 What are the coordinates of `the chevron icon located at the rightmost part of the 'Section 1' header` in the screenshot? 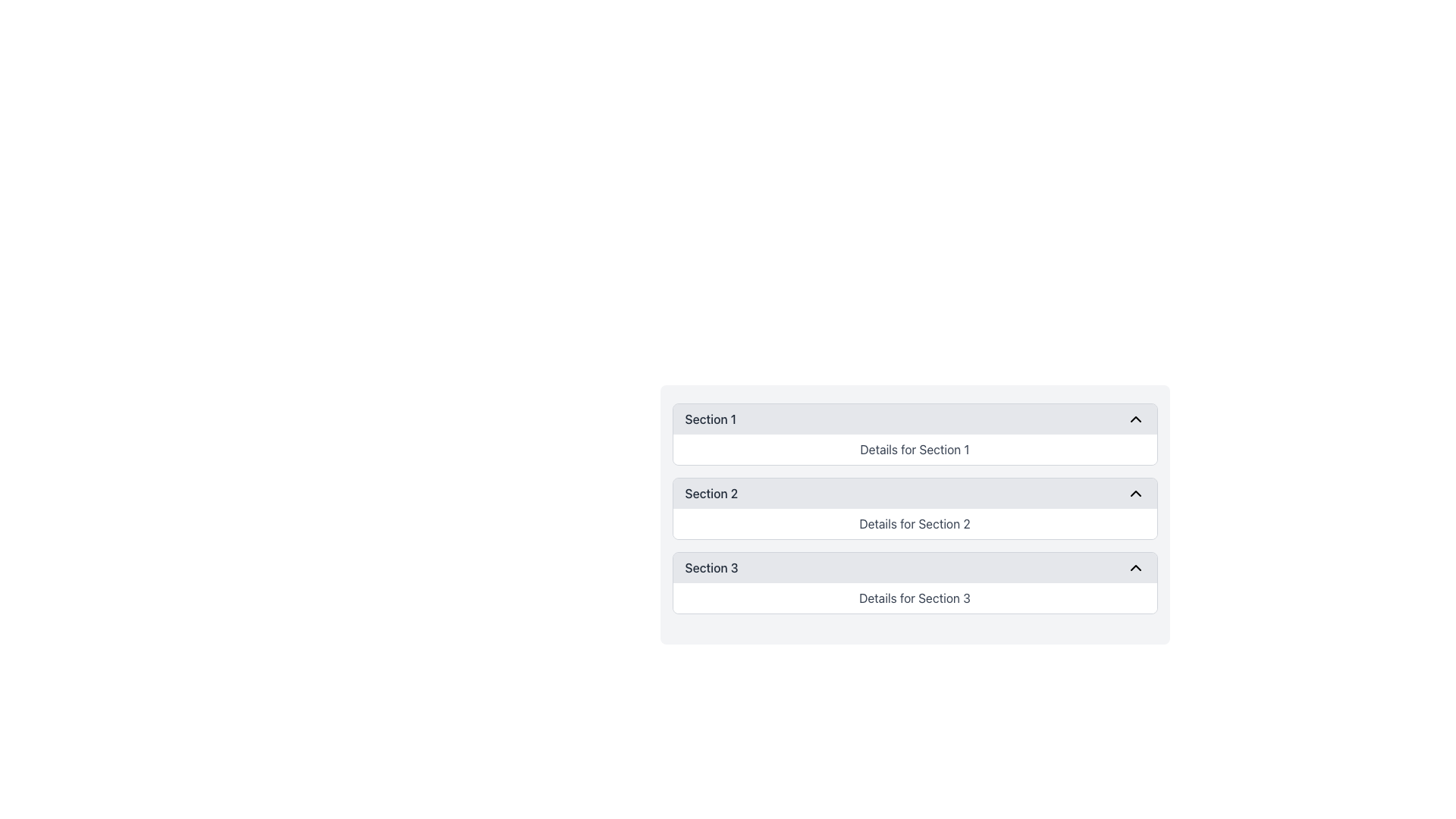 It's located at (1135, 419).